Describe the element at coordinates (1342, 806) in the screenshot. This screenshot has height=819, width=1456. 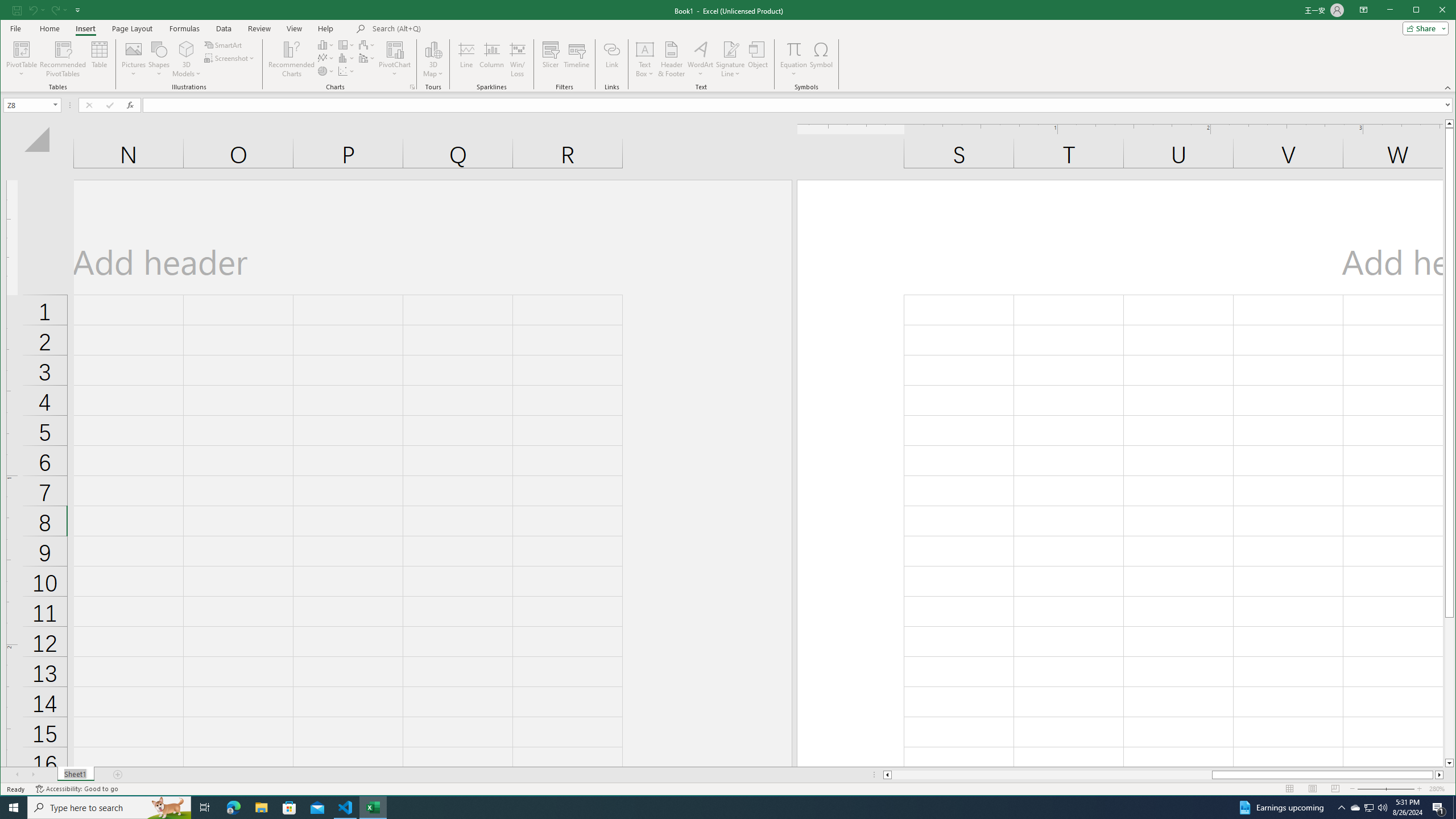
I see `'Notification Chevron'` at that location.